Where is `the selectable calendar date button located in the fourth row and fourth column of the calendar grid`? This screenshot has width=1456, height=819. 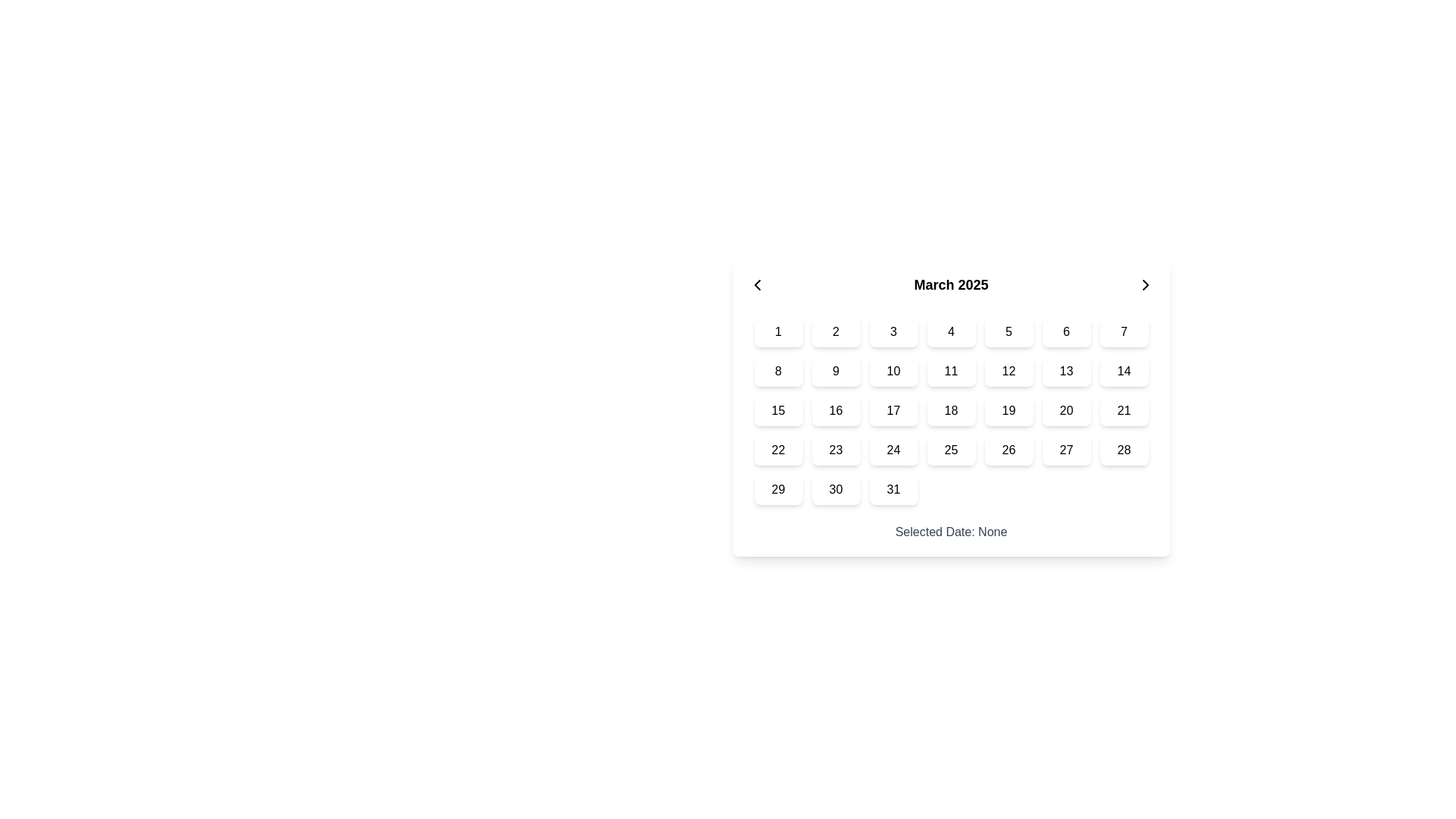 the selectable calendar date button located in the fourth row and fourth column of the calendar grid is located at coordinates (835, 450).